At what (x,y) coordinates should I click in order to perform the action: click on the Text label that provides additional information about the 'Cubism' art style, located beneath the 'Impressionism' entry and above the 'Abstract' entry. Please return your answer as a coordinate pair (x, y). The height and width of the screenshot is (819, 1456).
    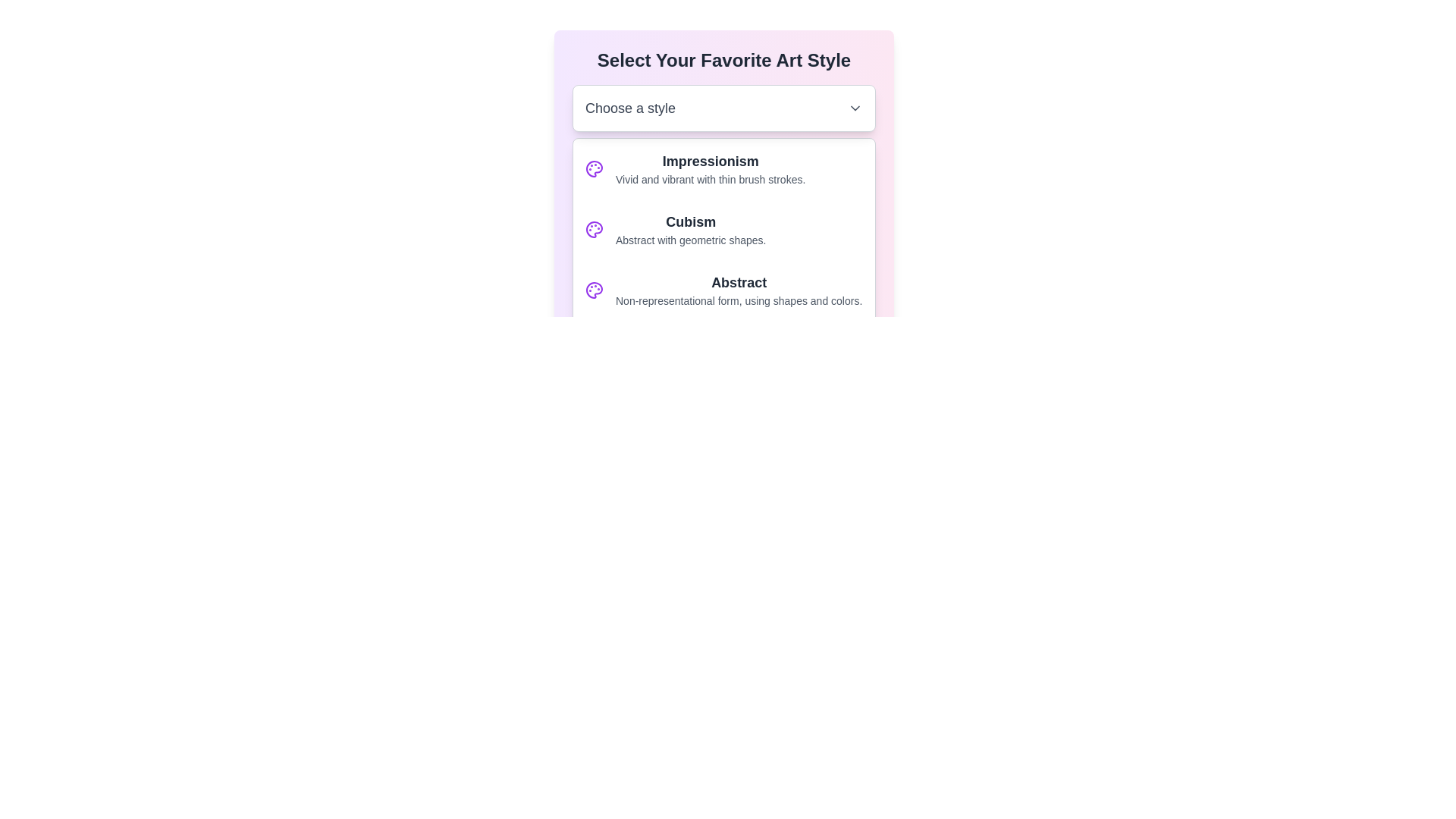
    Looking at the image, I should click on (690, 239).